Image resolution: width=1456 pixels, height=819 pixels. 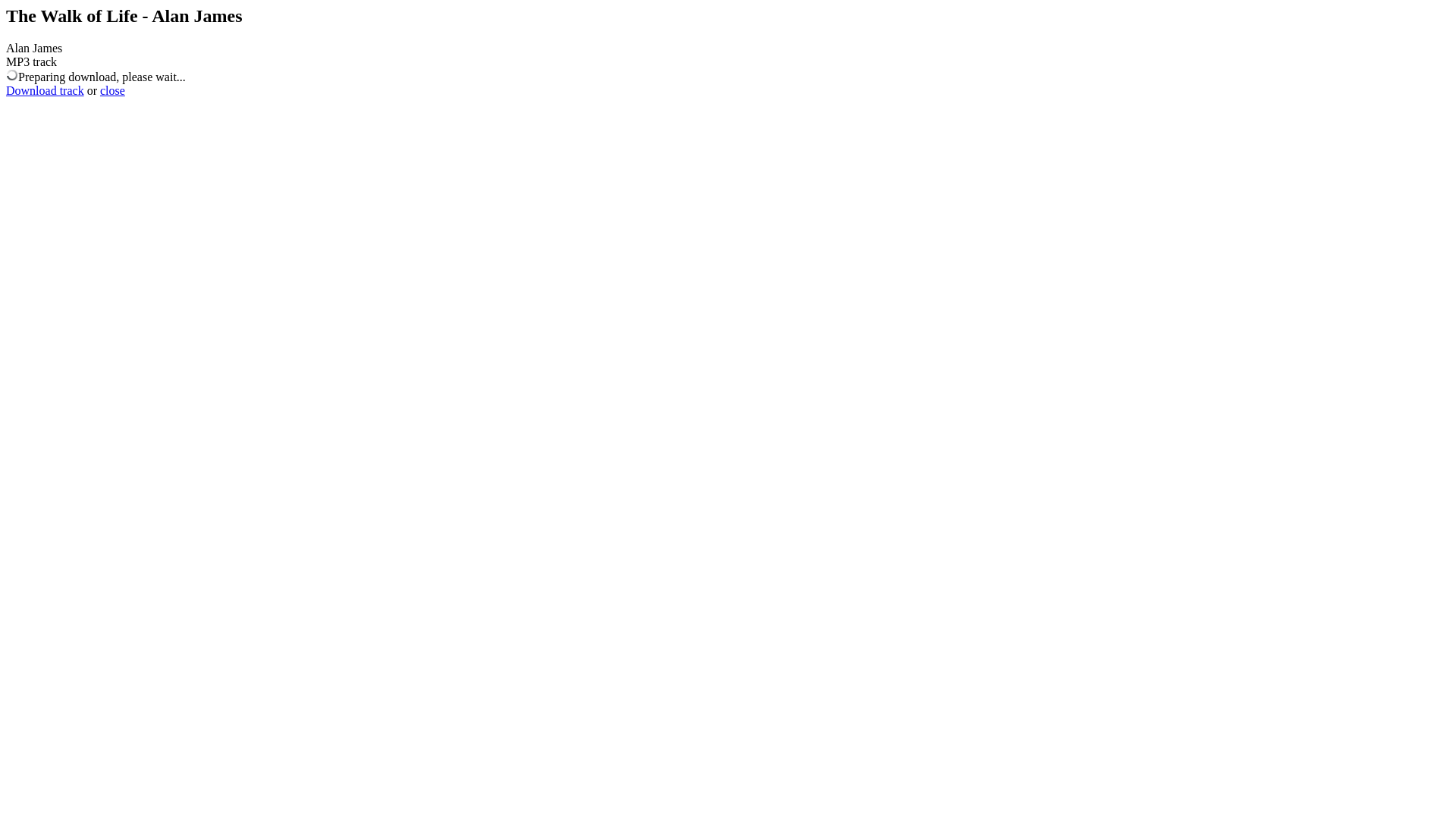 What do you see at coordinates (6, 90) in the screenshot?
I see `'Download track'` at bounding box center [6, 90].